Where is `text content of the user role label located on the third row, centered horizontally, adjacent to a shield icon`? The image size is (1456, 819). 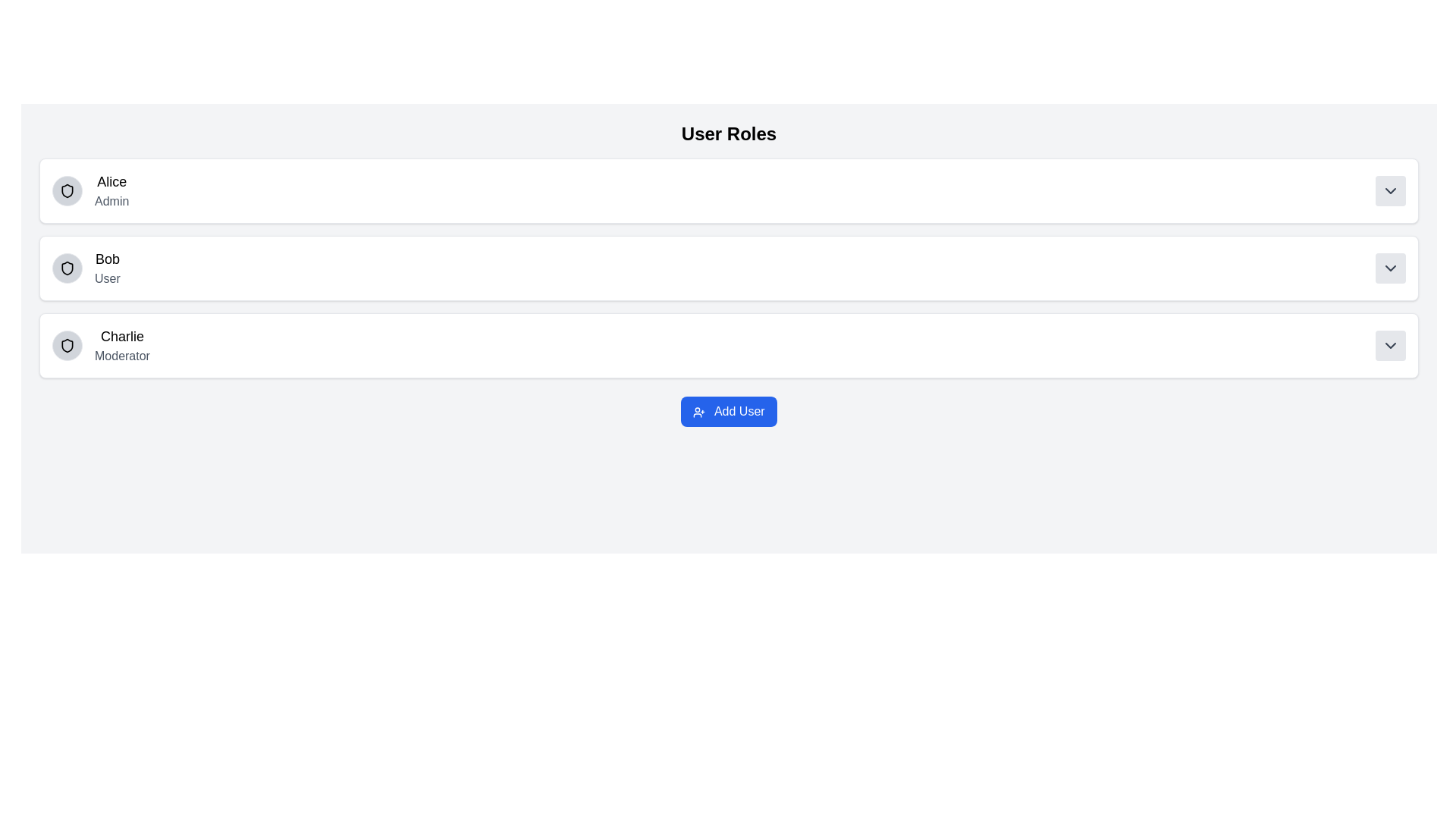
text content of the user role label located on the third row, centered horizontally, adjacent to a shield icon is located at coordinates (122, 345).